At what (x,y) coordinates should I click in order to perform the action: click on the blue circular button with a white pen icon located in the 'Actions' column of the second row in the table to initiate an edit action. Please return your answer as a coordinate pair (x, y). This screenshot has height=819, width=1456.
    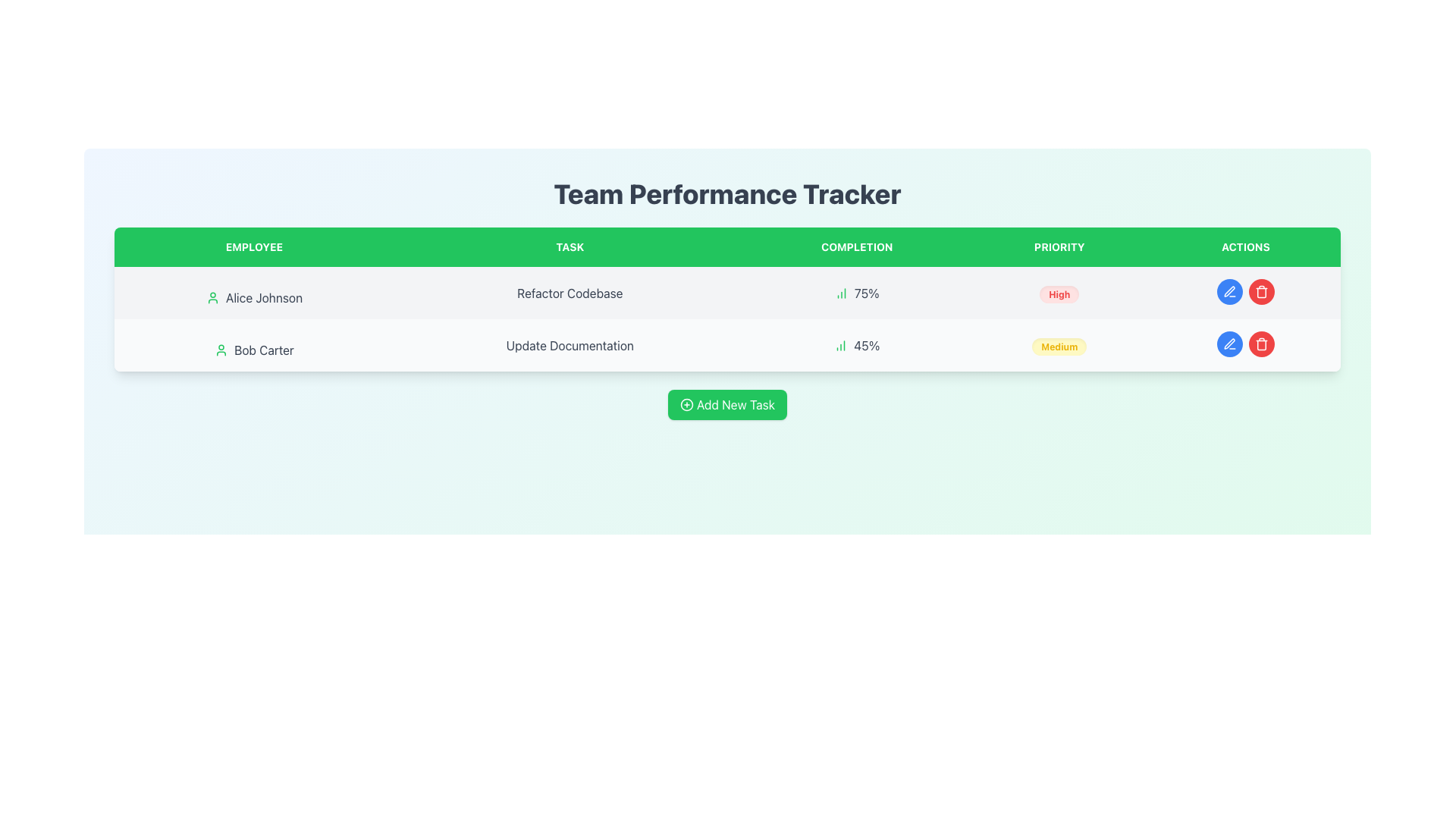
    Looking at the image, I should click on (1229, 344).